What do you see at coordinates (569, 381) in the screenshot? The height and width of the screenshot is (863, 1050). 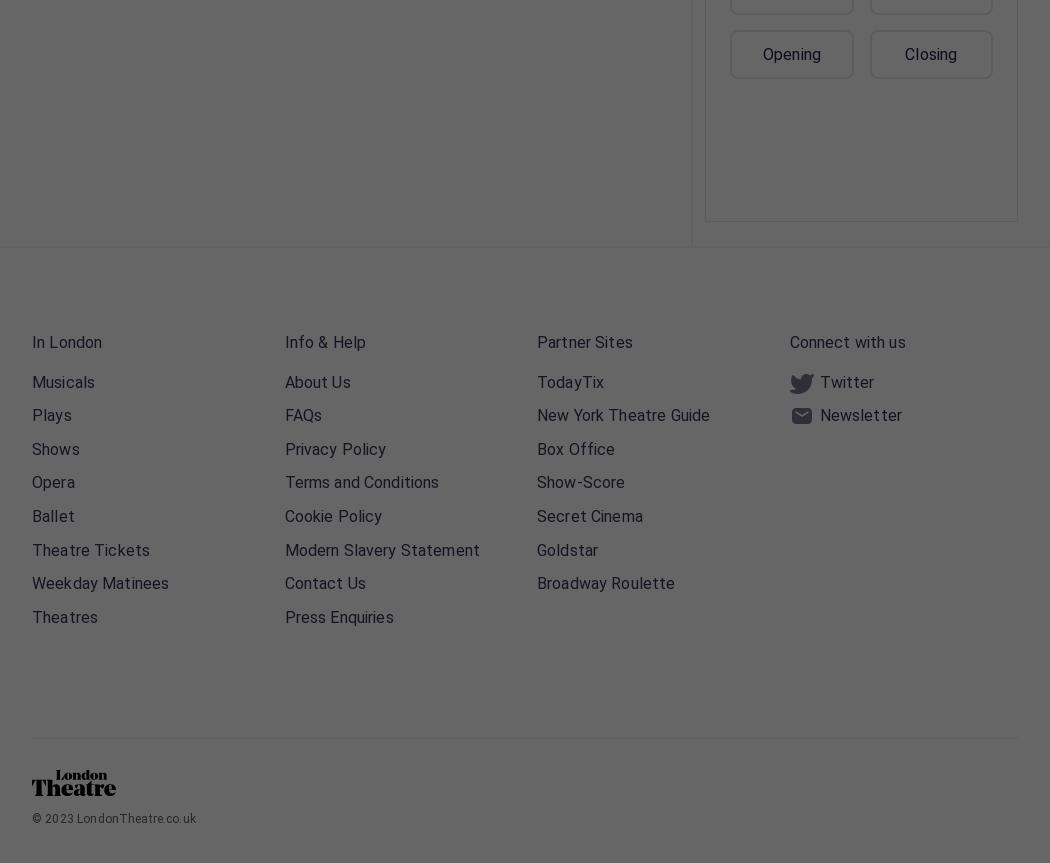 I see `'TodayTix'` at bounding box center [569, 381].